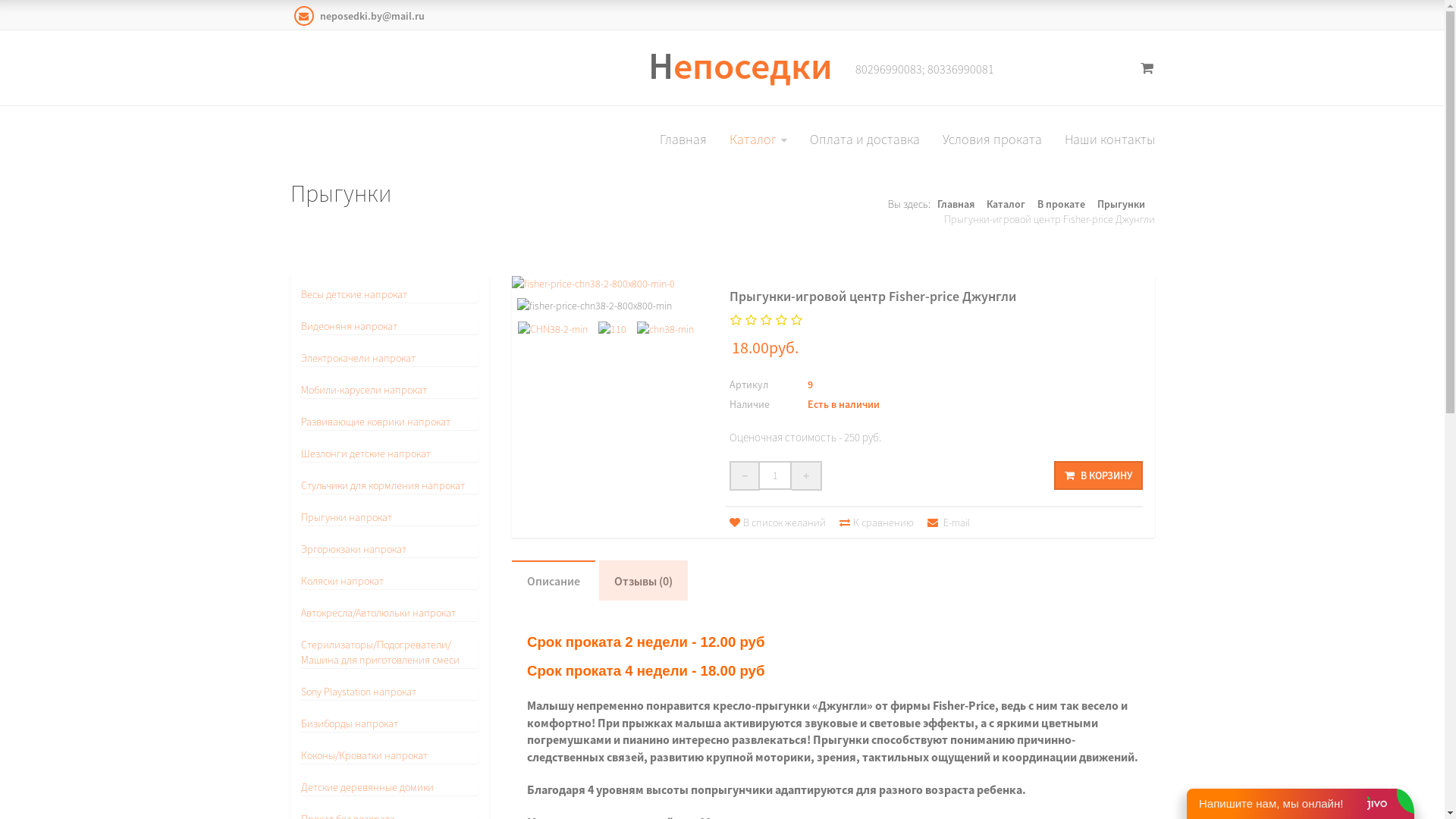  What do you see at coordinates (806, 475) in the screenshot?
I see `'+'` at bounding box center [806, 475].